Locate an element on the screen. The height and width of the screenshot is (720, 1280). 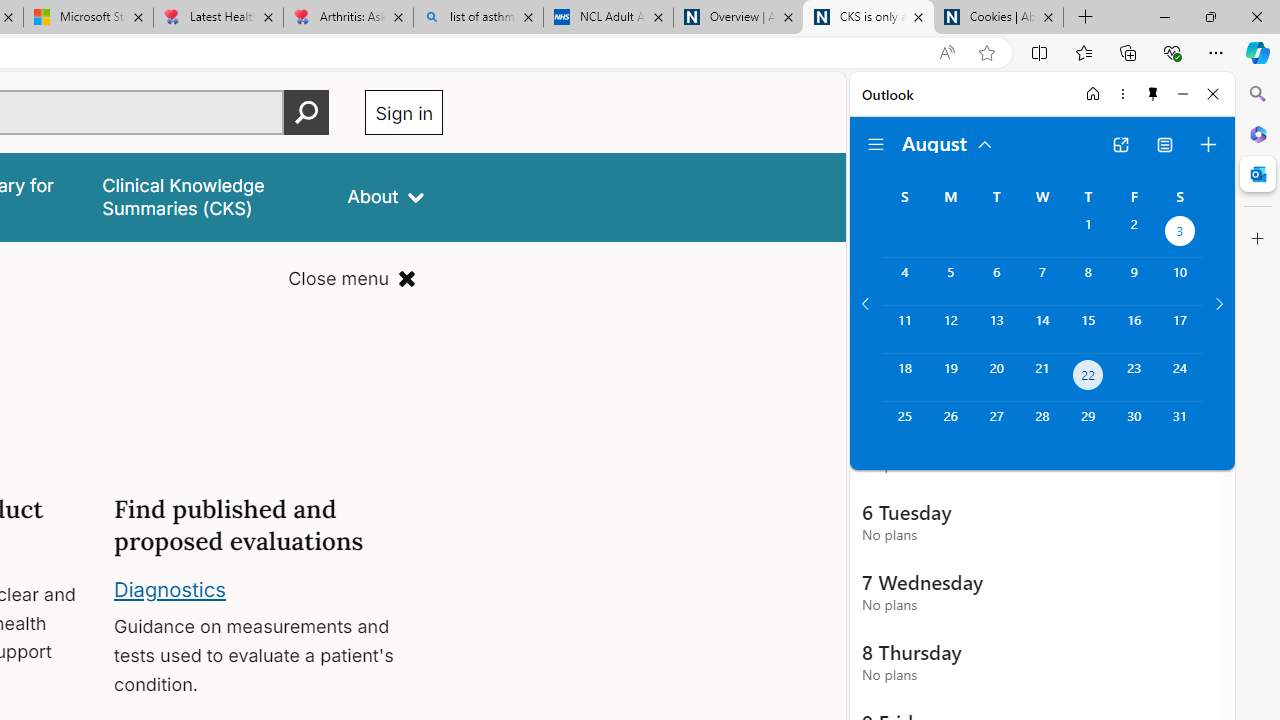
'View Switcher. Current view is Agenda view' is located at coordinates (1165, 144).